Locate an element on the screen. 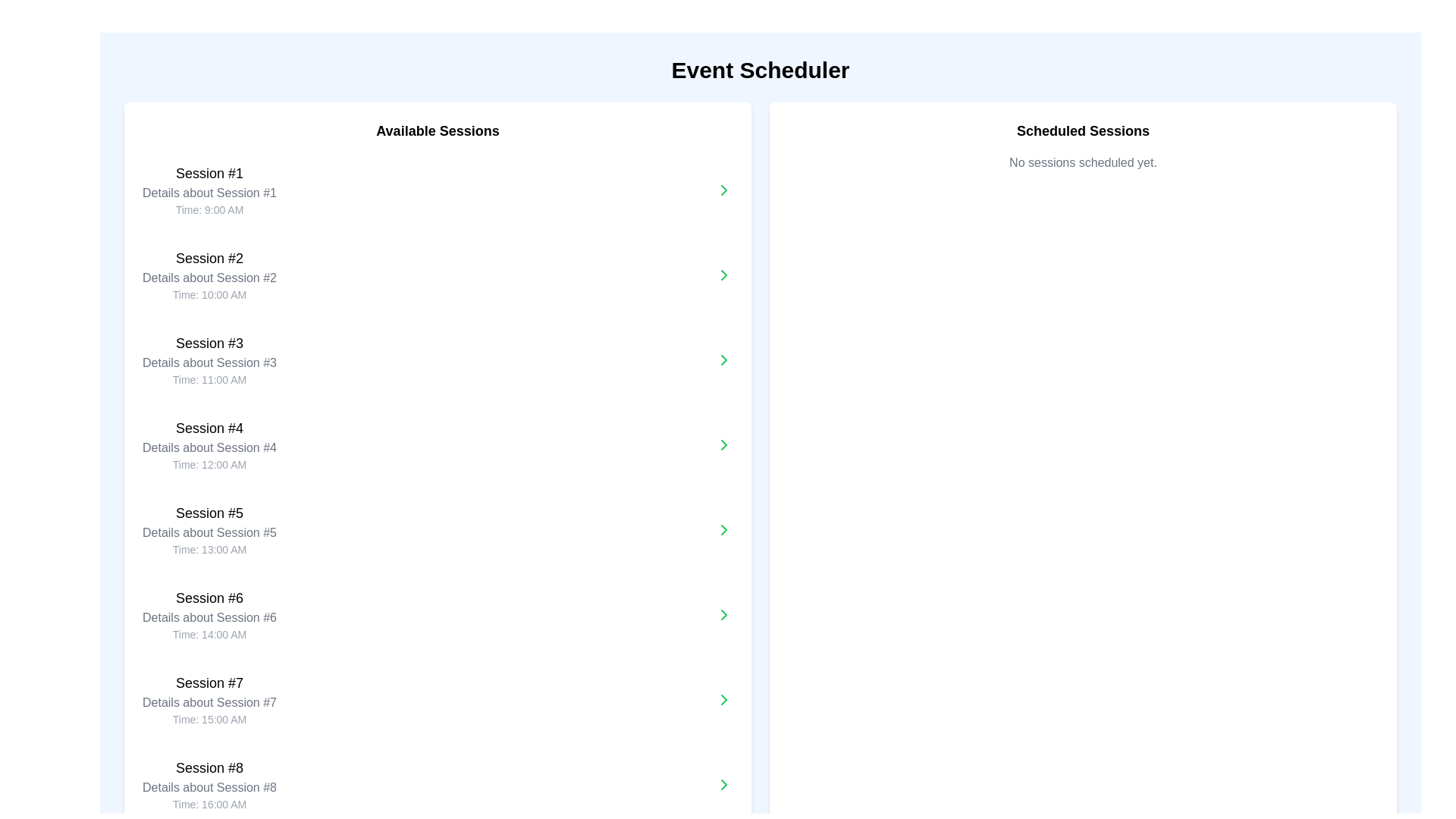 Image resolution: width=1456 pixels, height=819 pixels. the text block displaying details about 'Session #3', which is located under the 'Available Sessions' section, positioned between 'Session #2' and 'Session #4' is located at coordinates (209, 359).